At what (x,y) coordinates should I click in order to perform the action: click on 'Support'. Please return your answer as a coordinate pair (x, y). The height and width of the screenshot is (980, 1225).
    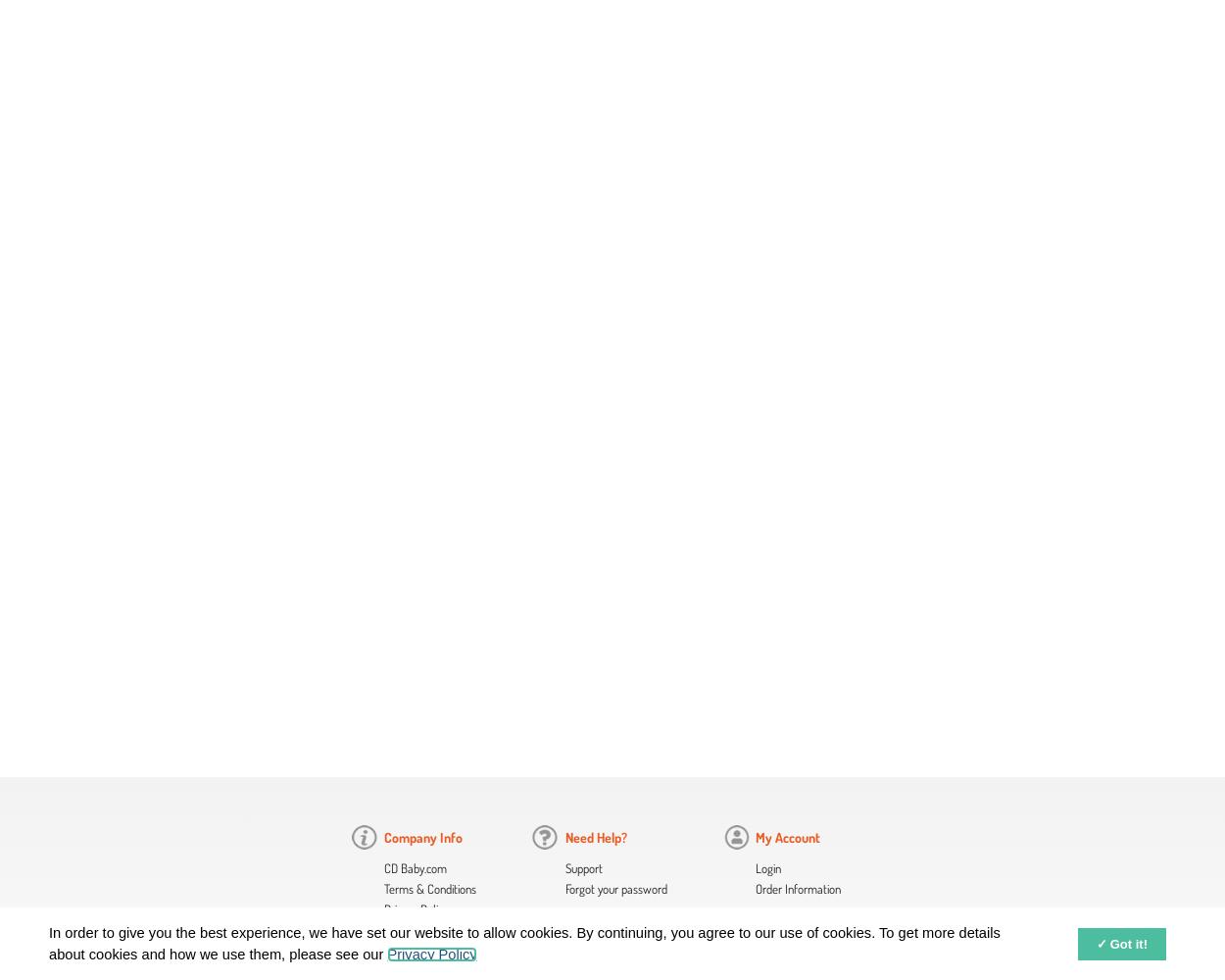
    Looking at the image, I should click on (563, 868).